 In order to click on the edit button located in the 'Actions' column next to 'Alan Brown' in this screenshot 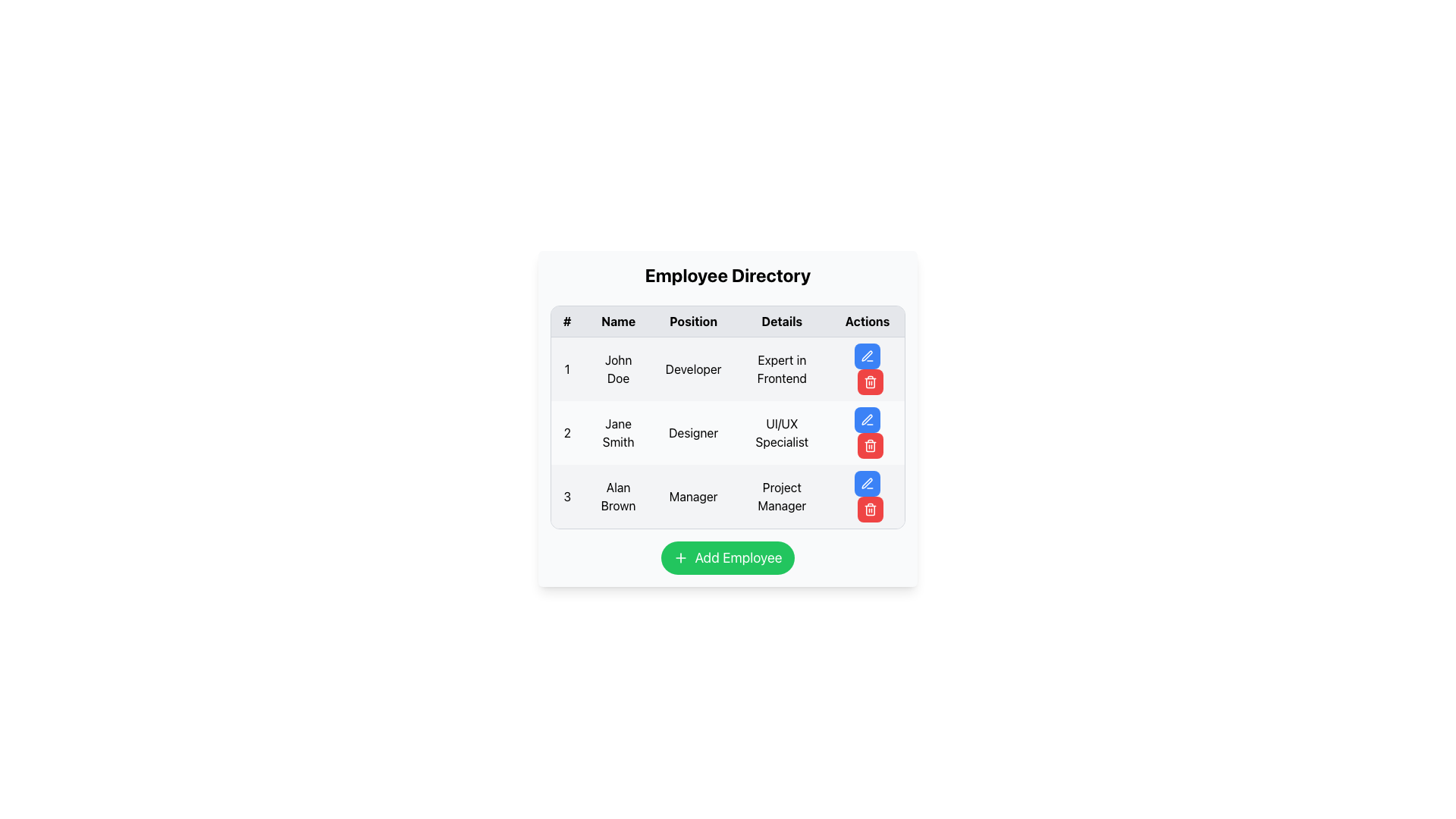, I will do `click(868, 483)`.